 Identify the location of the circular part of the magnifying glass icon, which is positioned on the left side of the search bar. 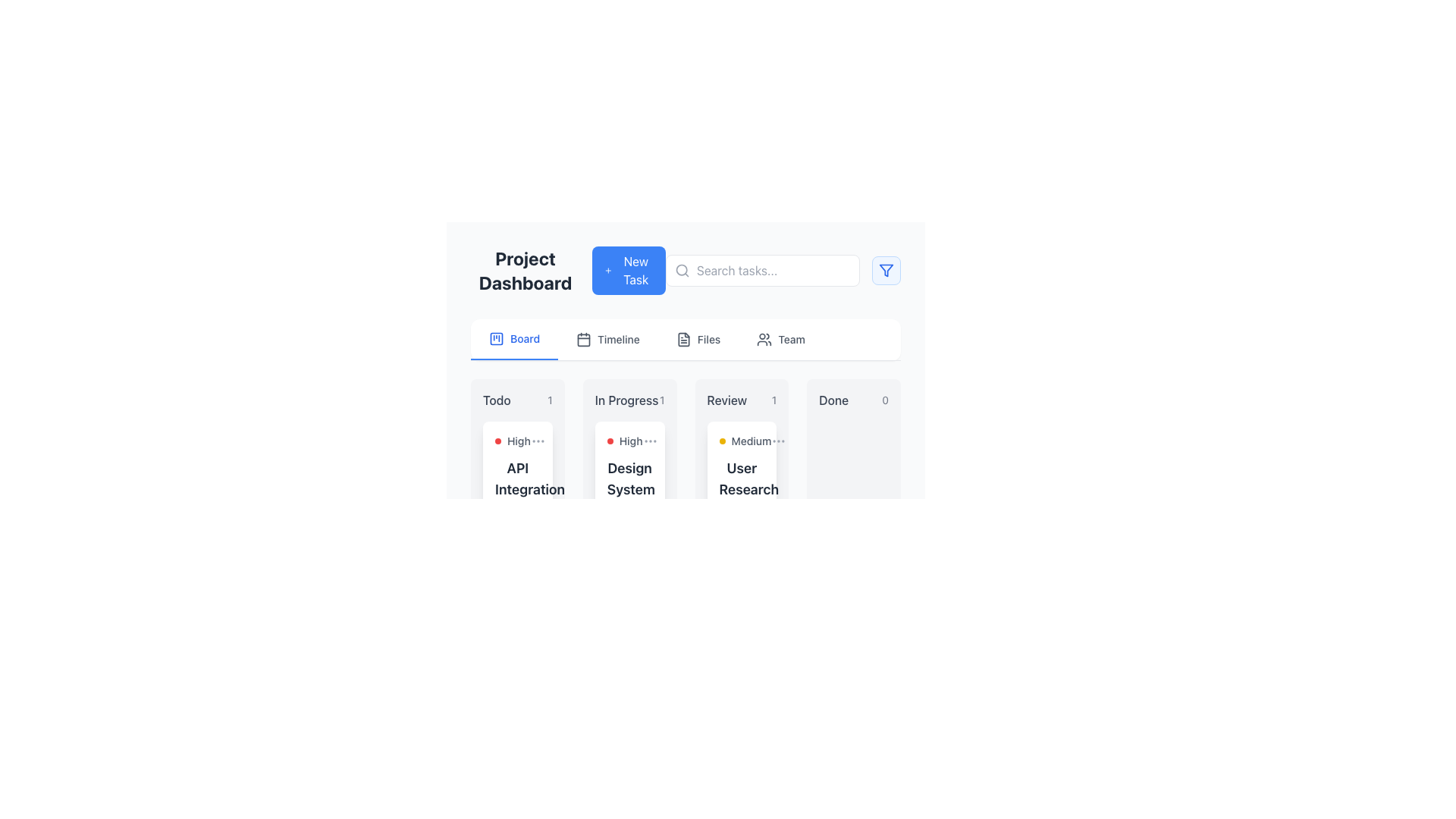
(681, 269).